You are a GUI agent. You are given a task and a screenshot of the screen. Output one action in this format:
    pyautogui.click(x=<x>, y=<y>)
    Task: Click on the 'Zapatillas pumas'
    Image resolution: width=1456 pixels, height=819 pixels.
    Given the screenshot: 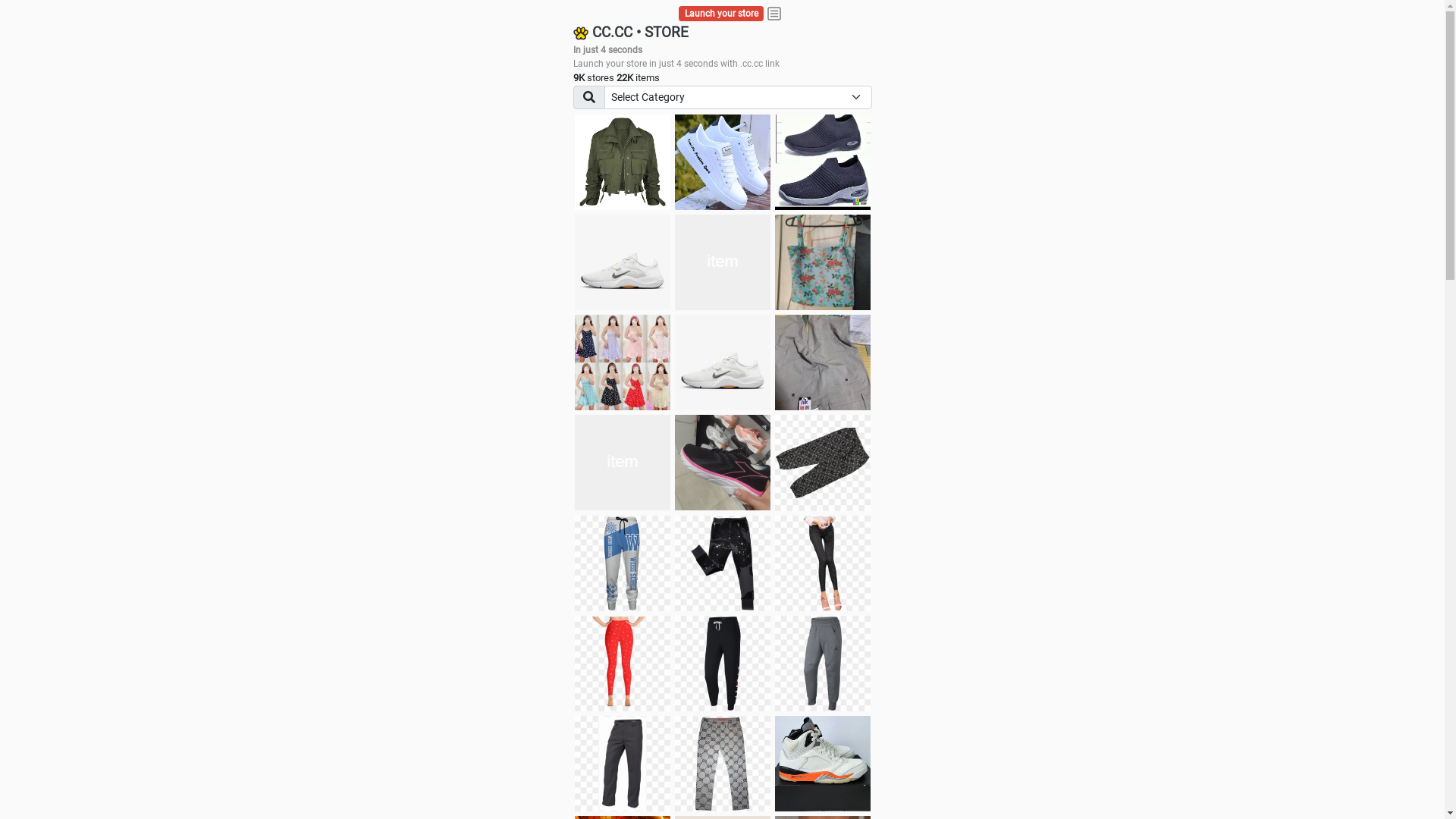 What is the action you would take?
    pyautogui.click(x=574, y=461)
    